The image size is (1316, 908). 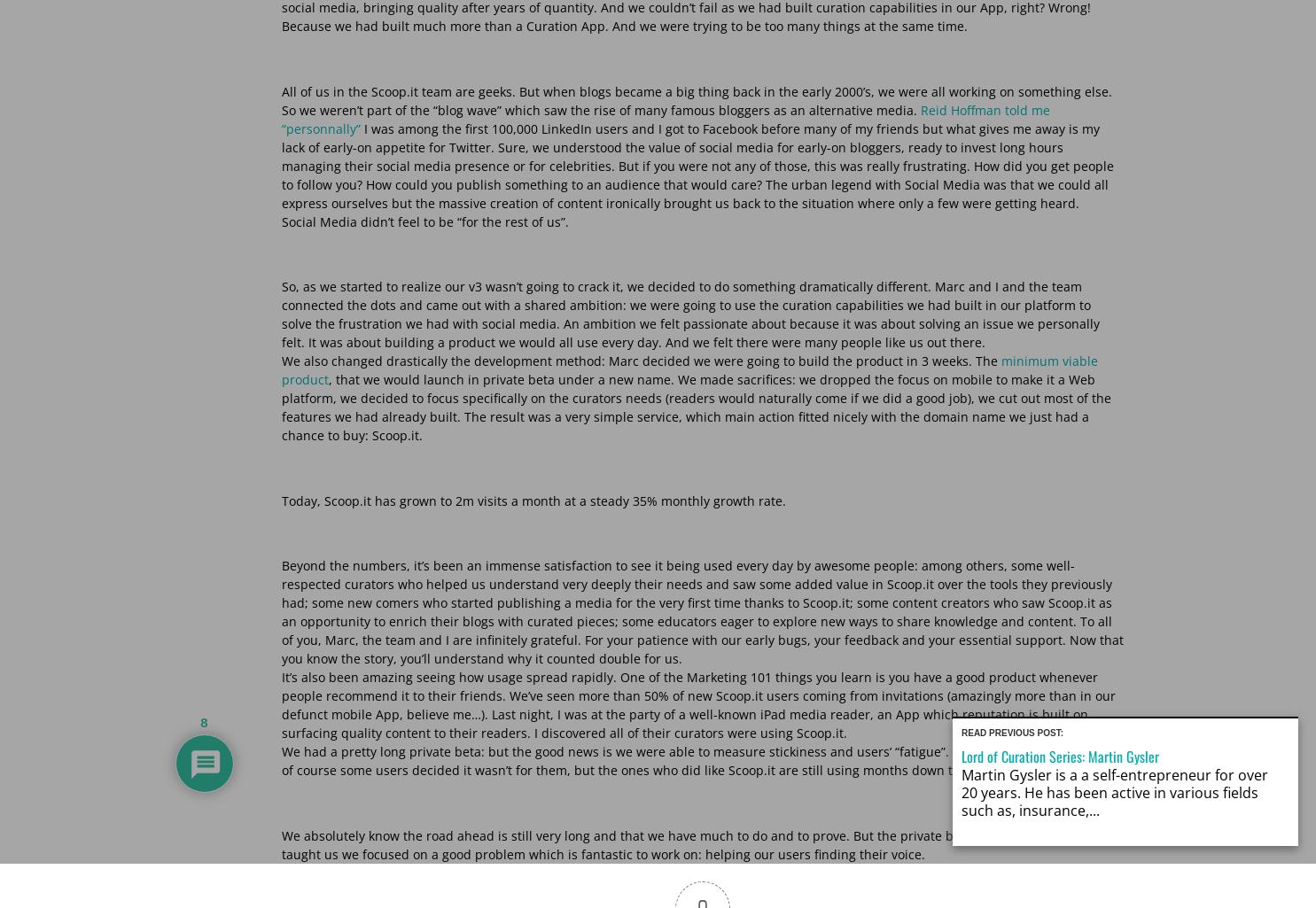 What do you see at coordinates (532, 500) in the screenshot?
I see `'Today, Scoop.it has grown to 2m visits a month at a steady 35% monthly growth rate.'` at bounding box center [532, 500].